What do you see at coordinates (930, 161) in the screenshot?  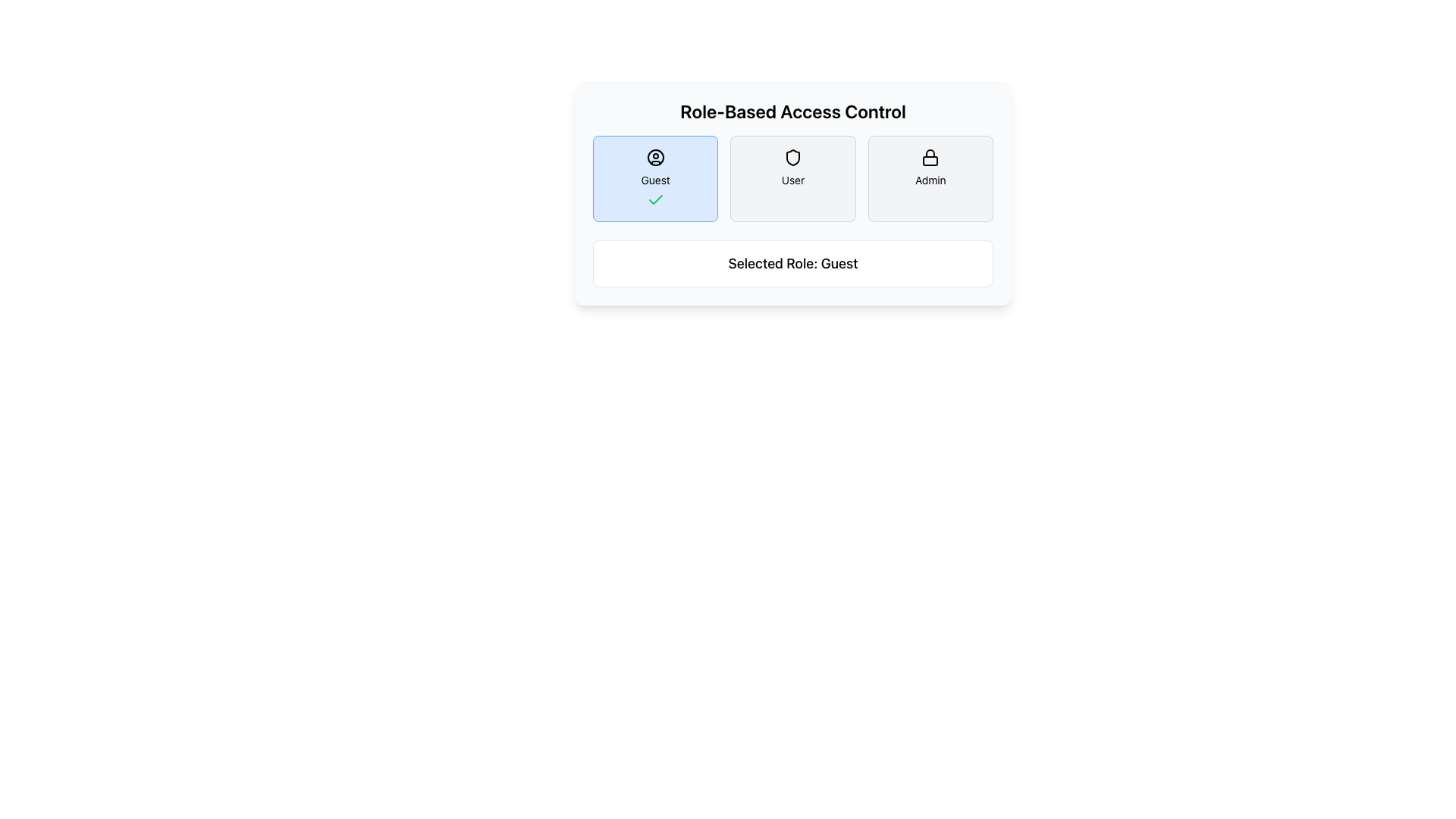 I see `the decorative visual icon representing the locked status of the 'Admin' role in the role selection interface, identified by a red lock icon on the Admin role card` at bounding box center [930, 161].